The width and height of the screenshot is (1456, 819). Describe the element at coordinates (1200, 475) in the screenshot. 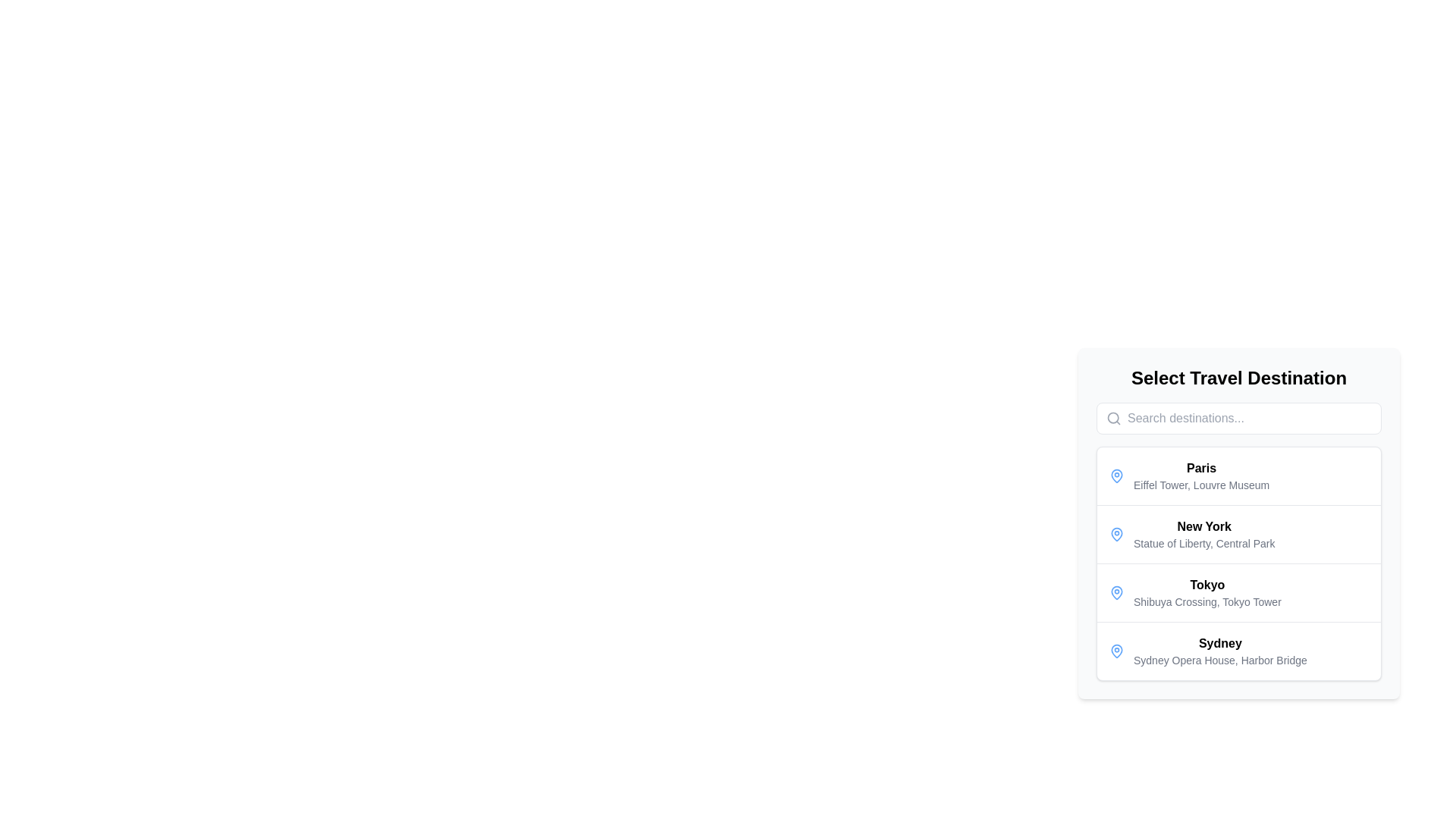

I see `the first entry in the selectable list of travel destinations, which contains the bolded text 'Paris' and the locations 'Eiffel Tower' and 'Louvre Museum'` at that location.